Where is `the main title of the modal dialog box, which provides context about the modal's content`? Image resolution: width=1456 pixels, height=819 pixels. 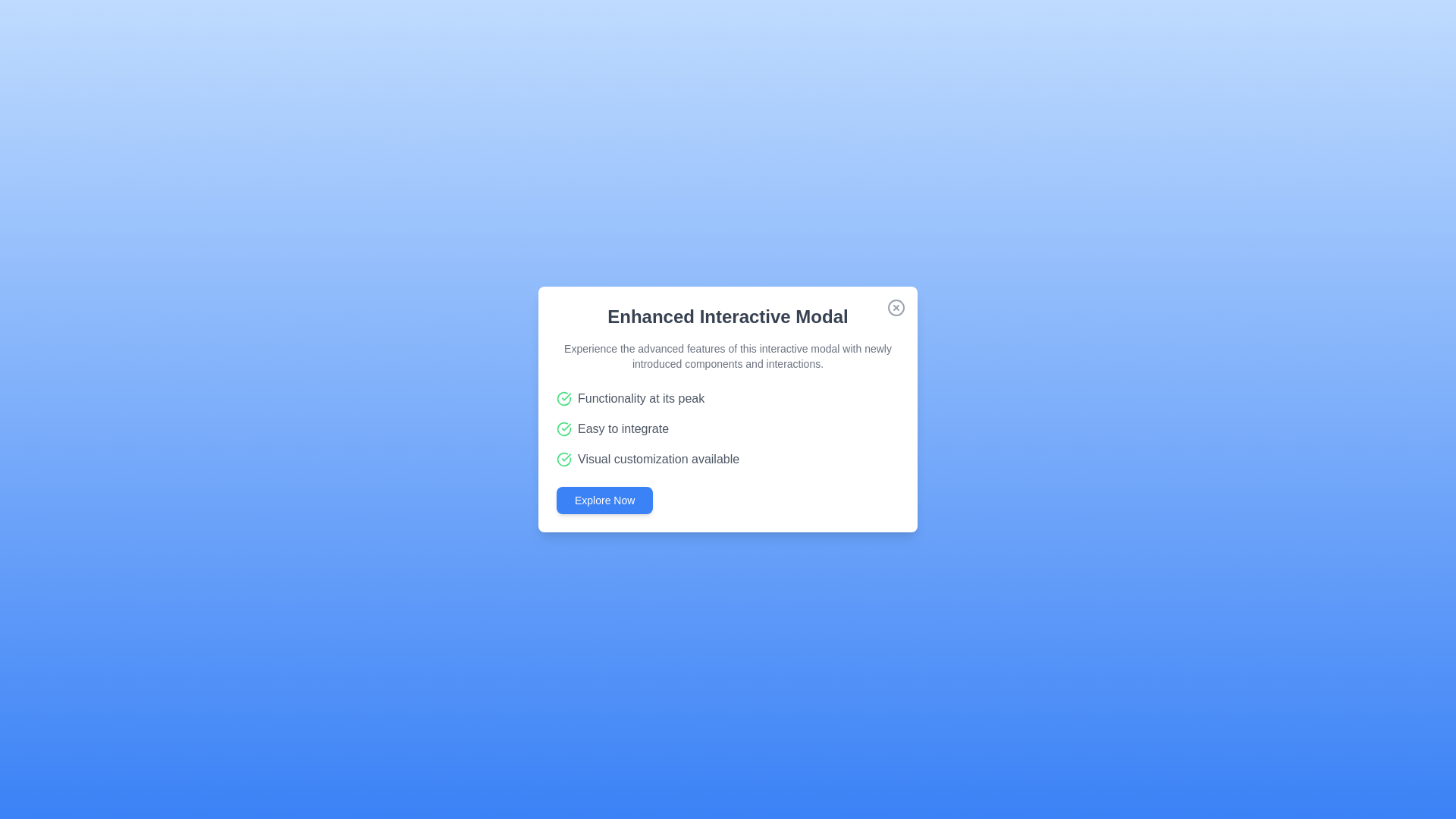 the main title of the modal dialog box, which provides context about the modal's content is located at coordinates (728, 315).